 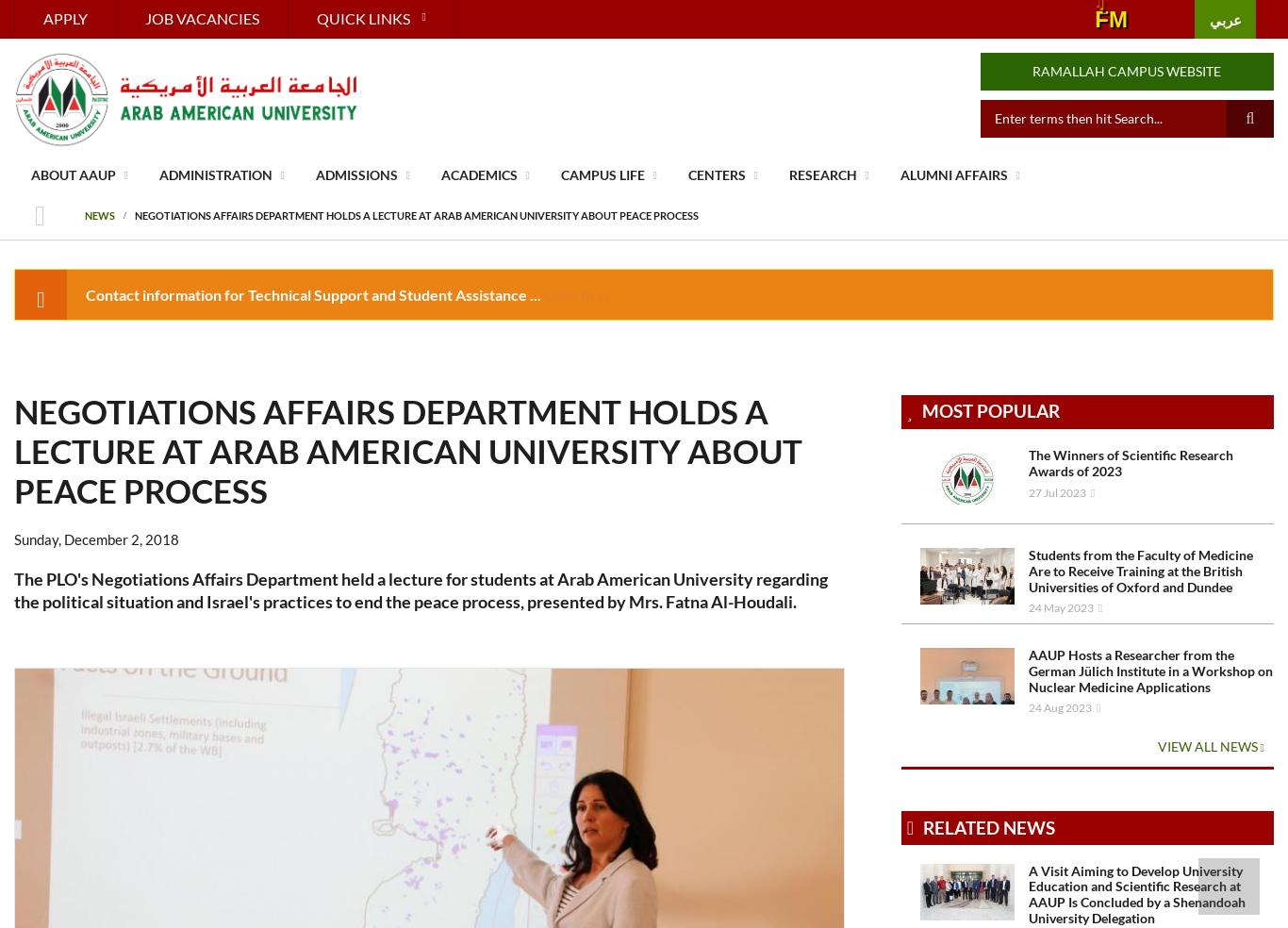 What do you see at coordinates (1207, 744) in the screenshot?
I see `'View all News'` at bounding box center [1207, 744].